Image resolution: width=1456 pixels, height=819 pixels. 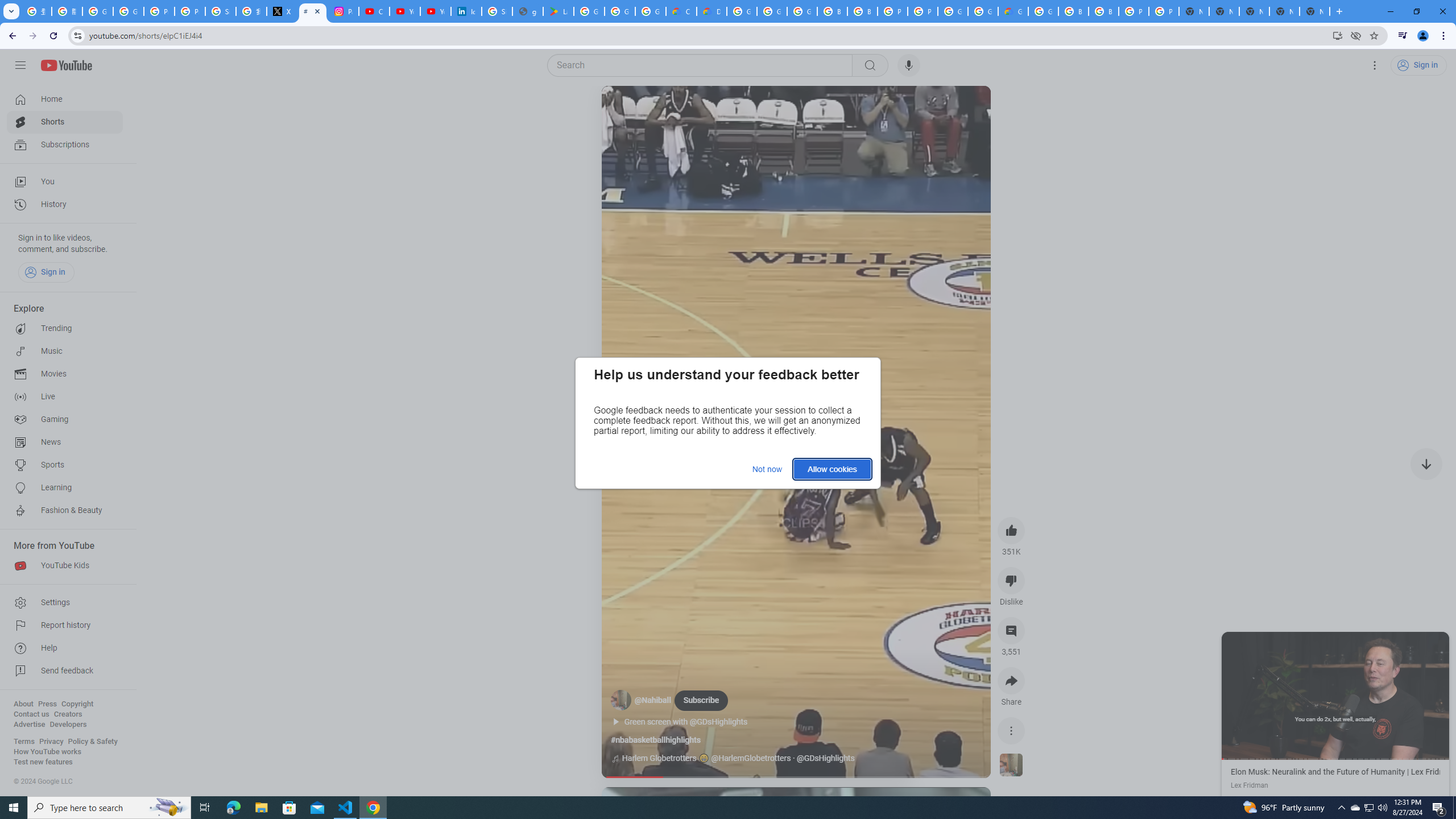 What do you see at coordinates (68, 714) in the screenshot?
I see `'Creators'` at bounding box center [68, 714].